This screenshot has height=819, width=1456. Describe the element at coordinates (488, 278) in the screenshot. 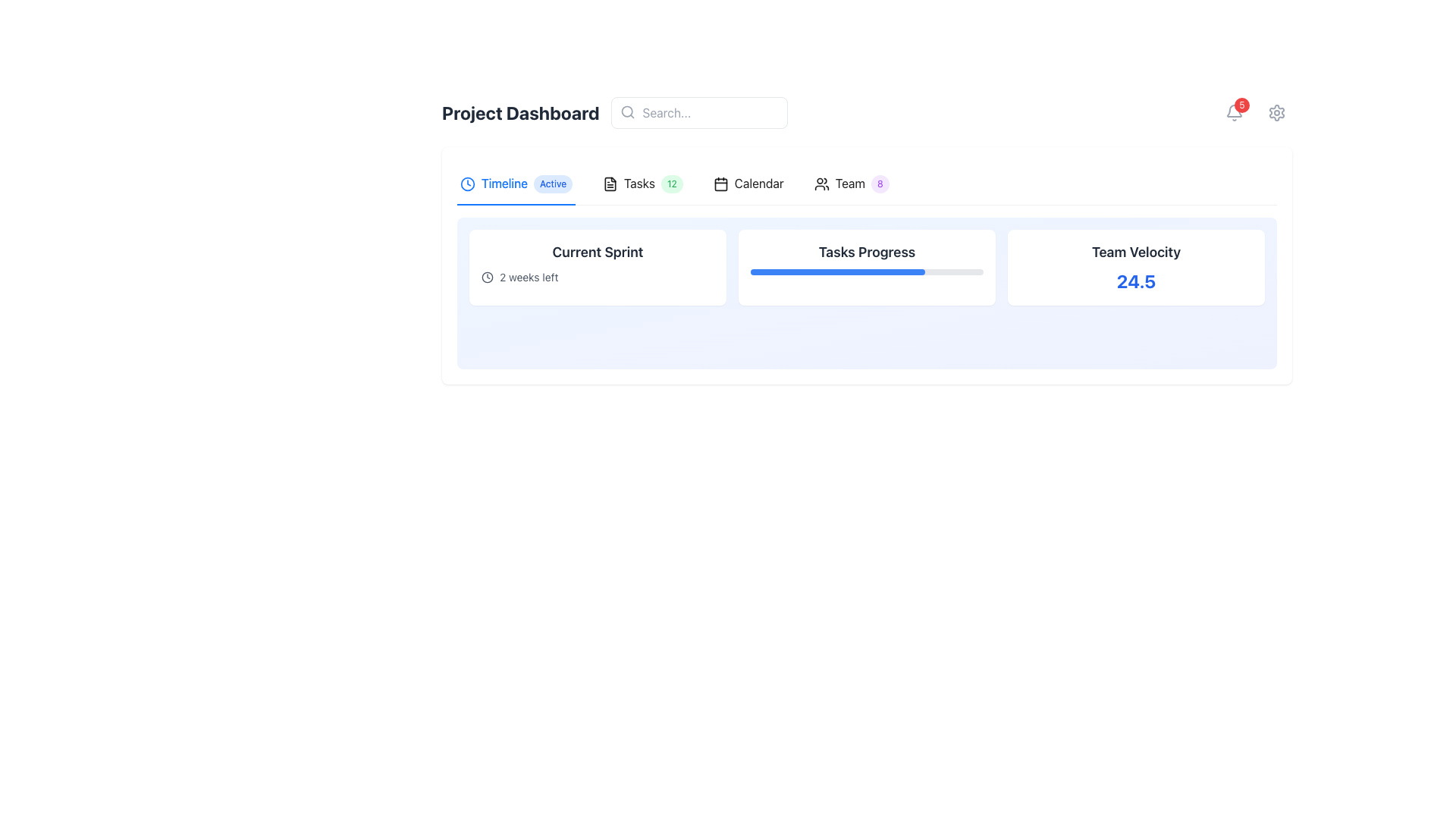

I see `the circular clock icon located to the left of the text '2 weeks left' in the 'Current Sprint' card` at that location.